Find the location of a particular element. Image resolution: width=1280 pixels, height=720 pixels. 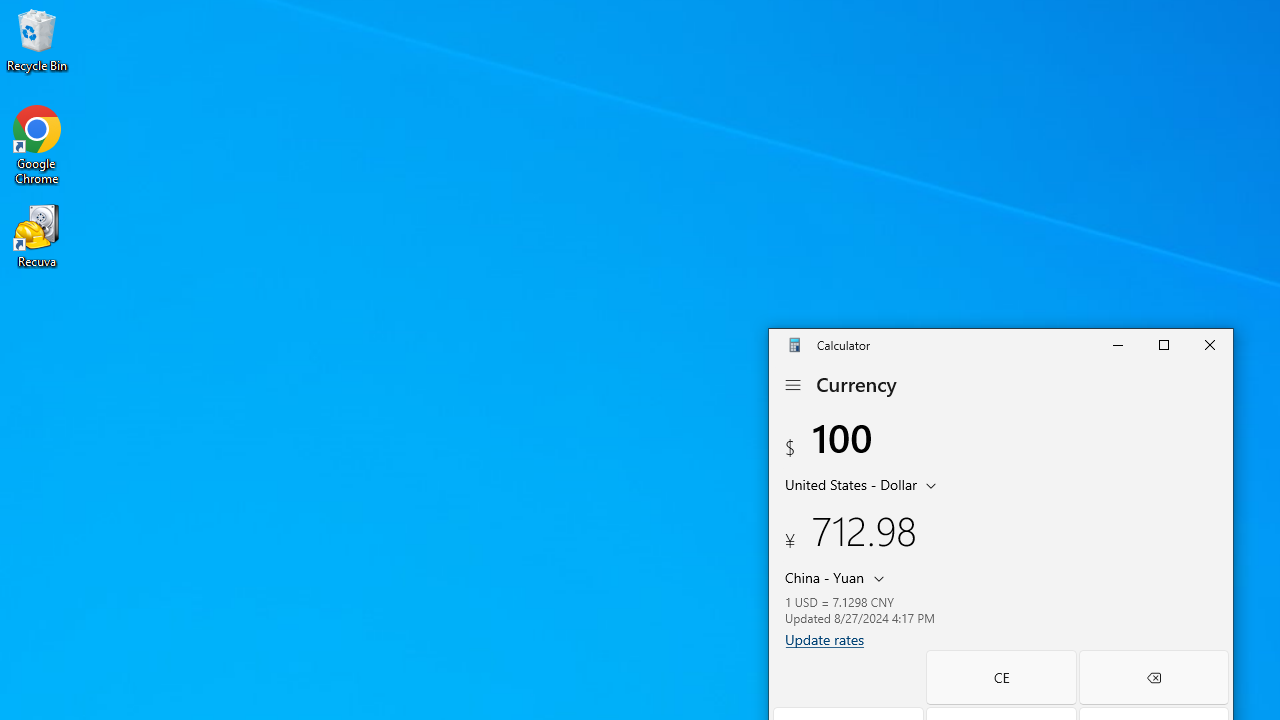

'United States Dollar' is located at coordinates (848, 483).